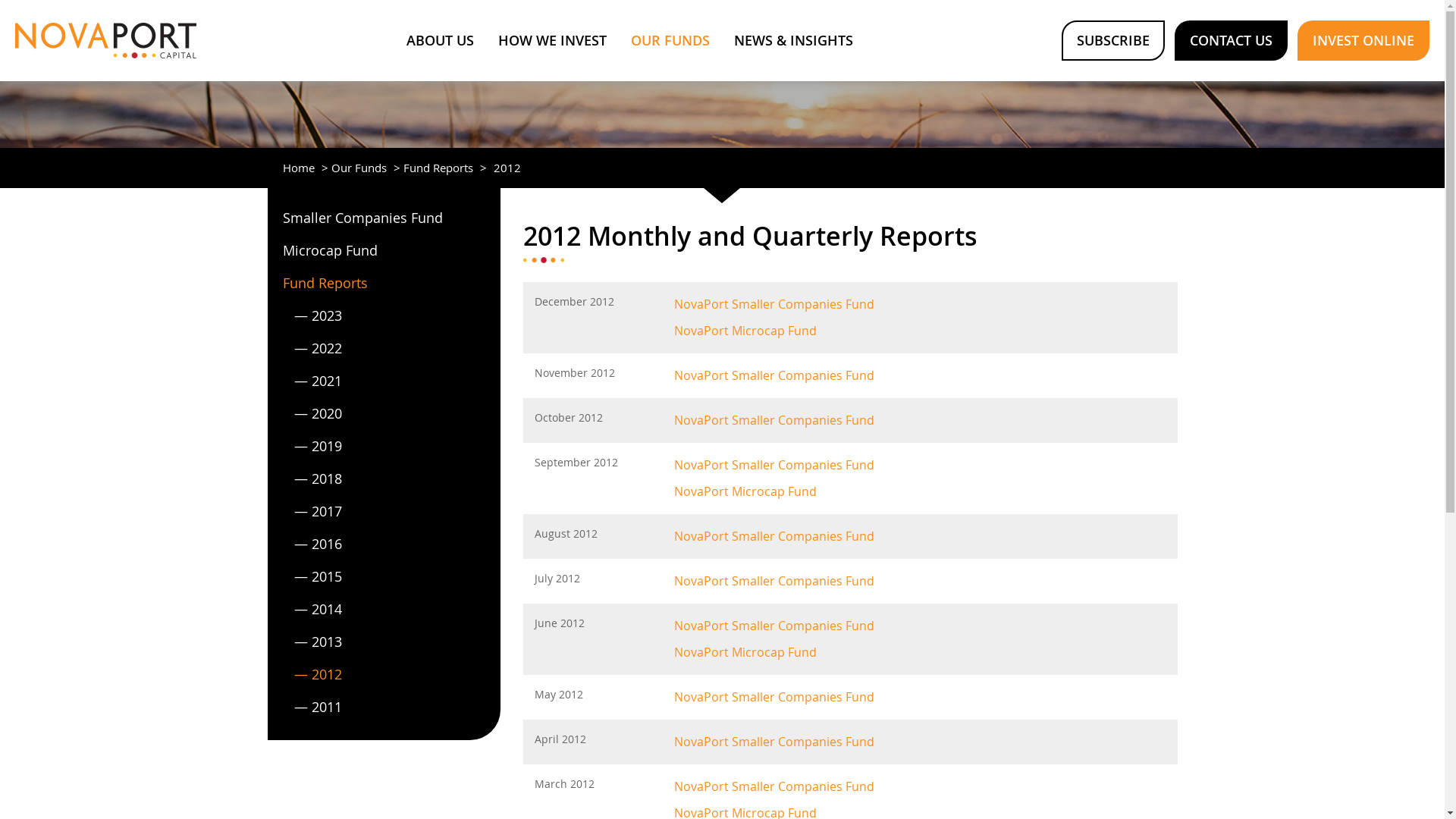 This screenshot has height=819, width=1456. What do you see at coordinates (1363, 39) in the screenshot?
I see `'INVEST ONLINE'` at bounding box center [1363, 39].